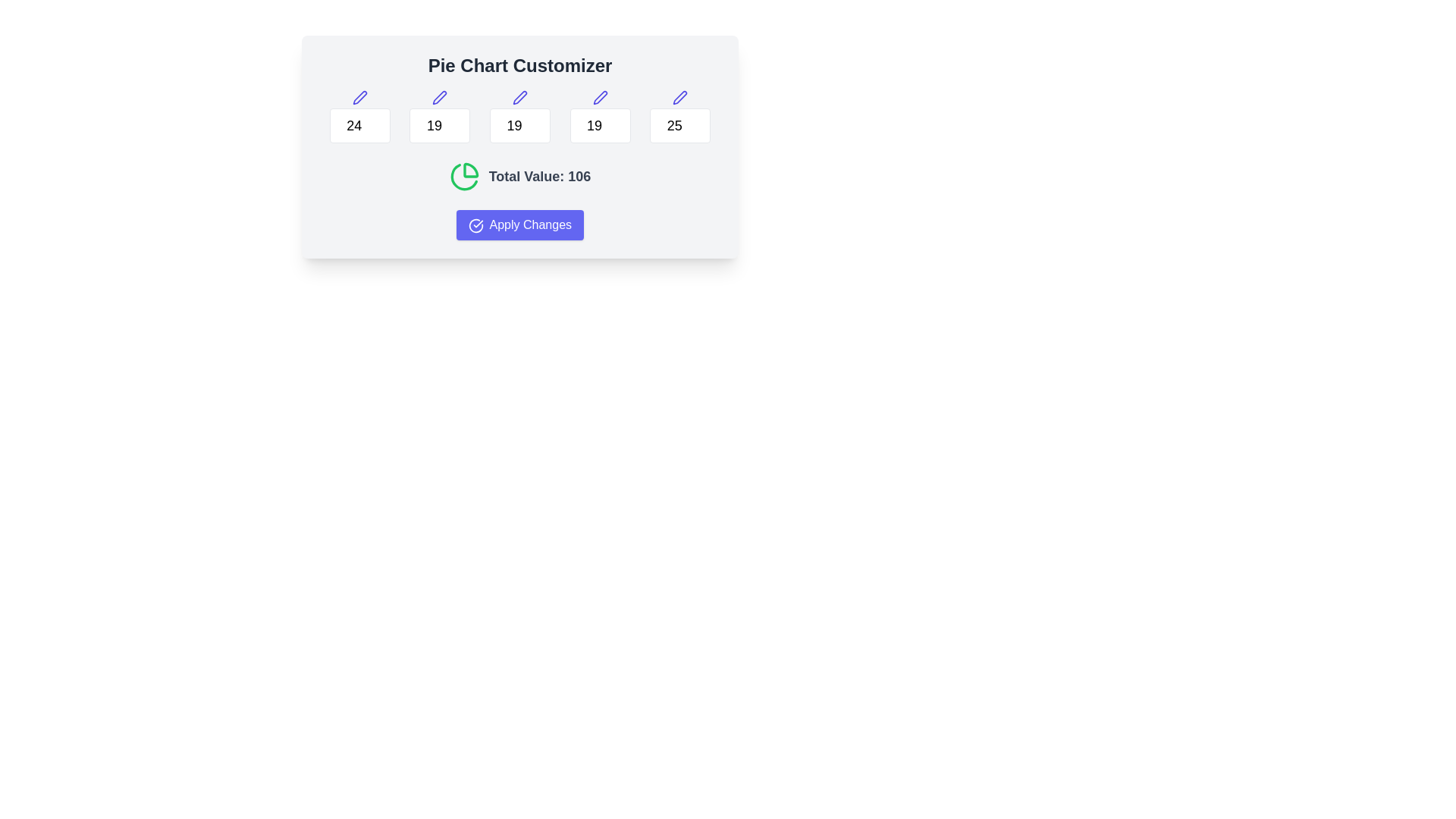  What do you see at coordinates (679, 124) in the screenshot?
I see `the white rectangular Number input field containing the number '25' to focus and edit its value` at bounding box center [679, 124].